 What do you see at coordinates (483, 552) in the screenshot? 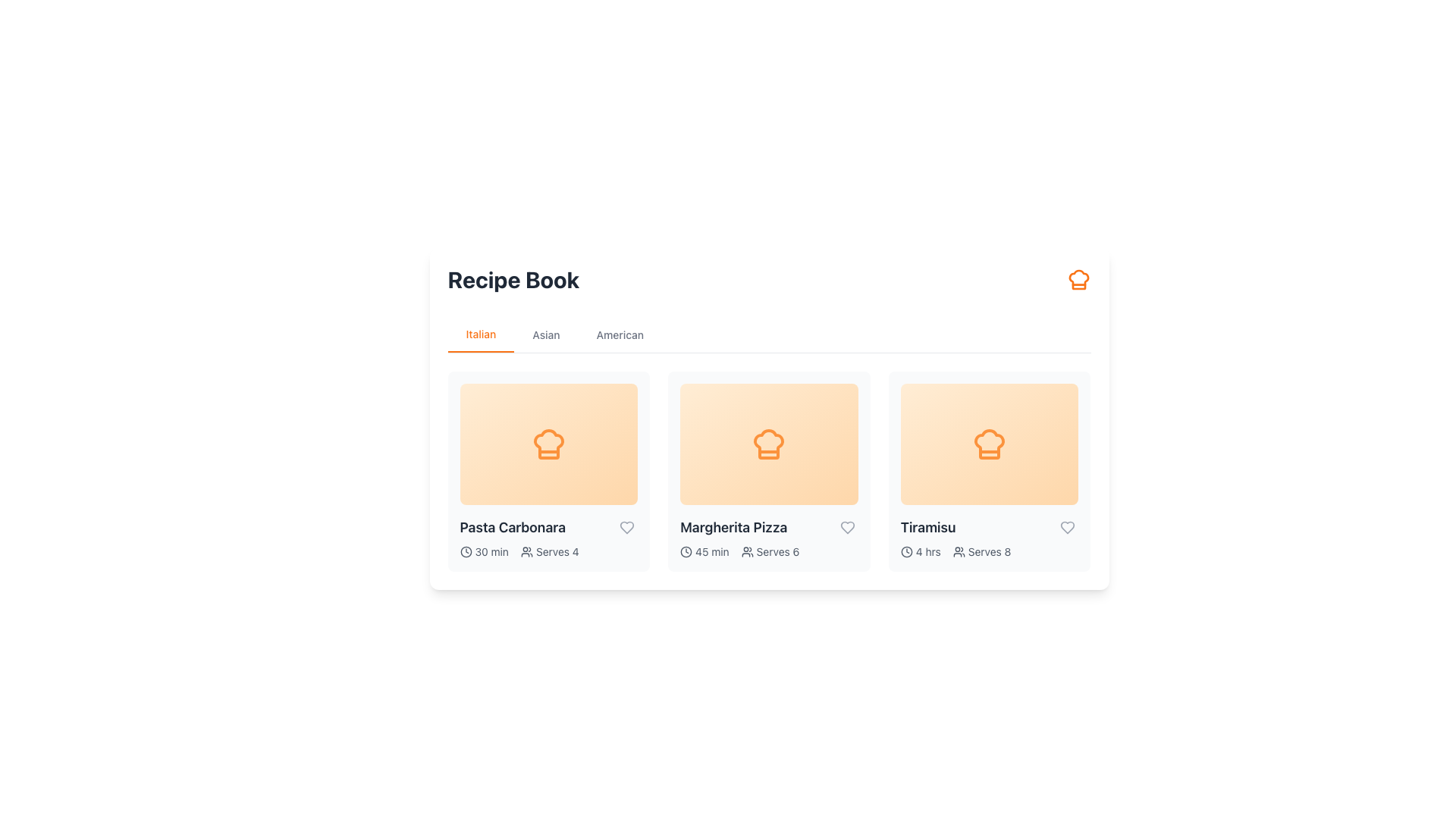
I see `the static display component featuring a clock icon and the text '30 min', located in the first card under the 'Italian' category in the 'Recipe Book' section, positioned above 'Serves 4' and below 'Pasta Carbonara'` at bounding box center [483, 552].